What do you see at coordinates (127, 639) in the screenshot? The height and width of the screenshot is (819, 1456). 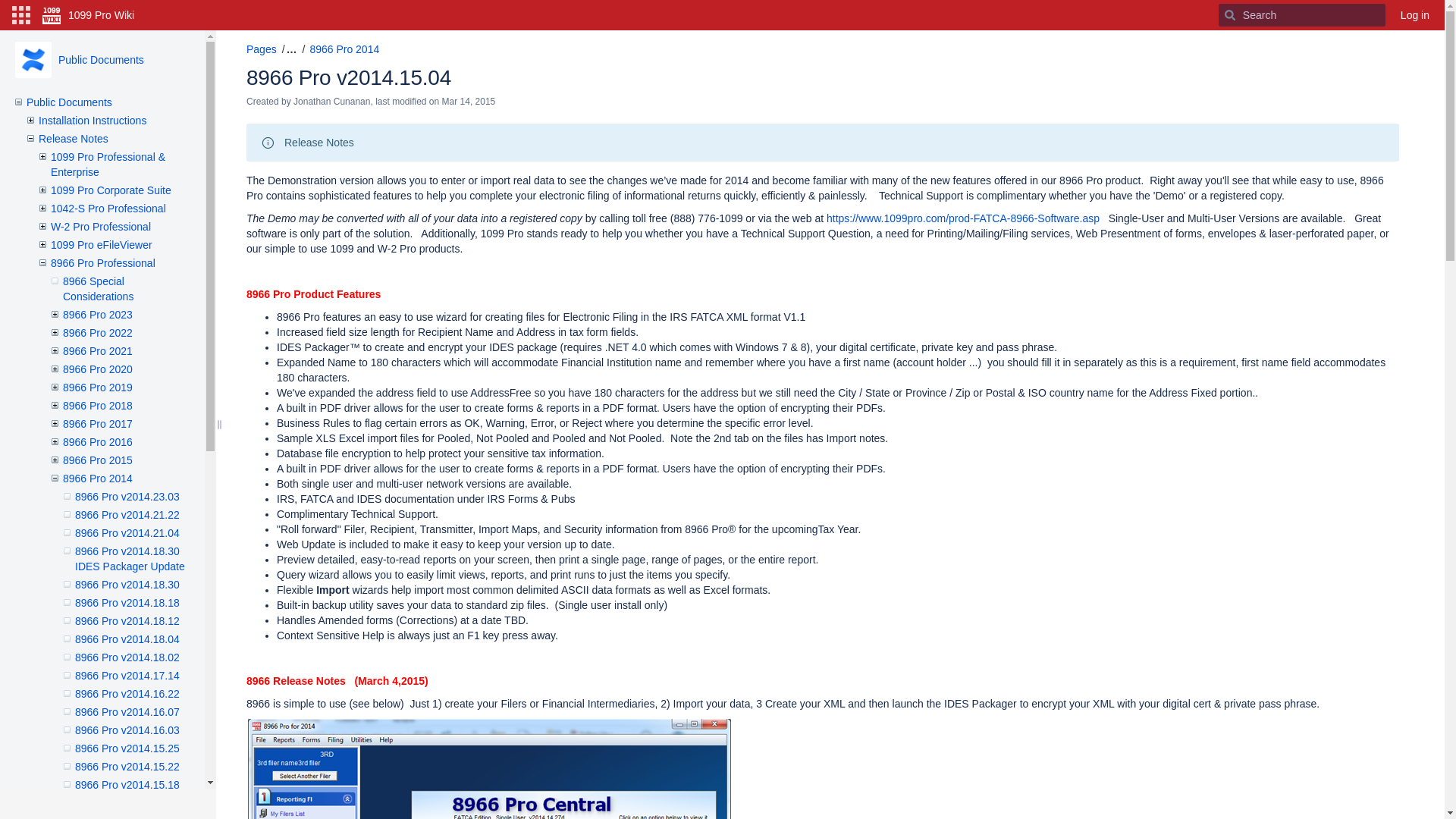 I see `'8966 Pro v2014.18.04'` at bounding box center [127, 639].